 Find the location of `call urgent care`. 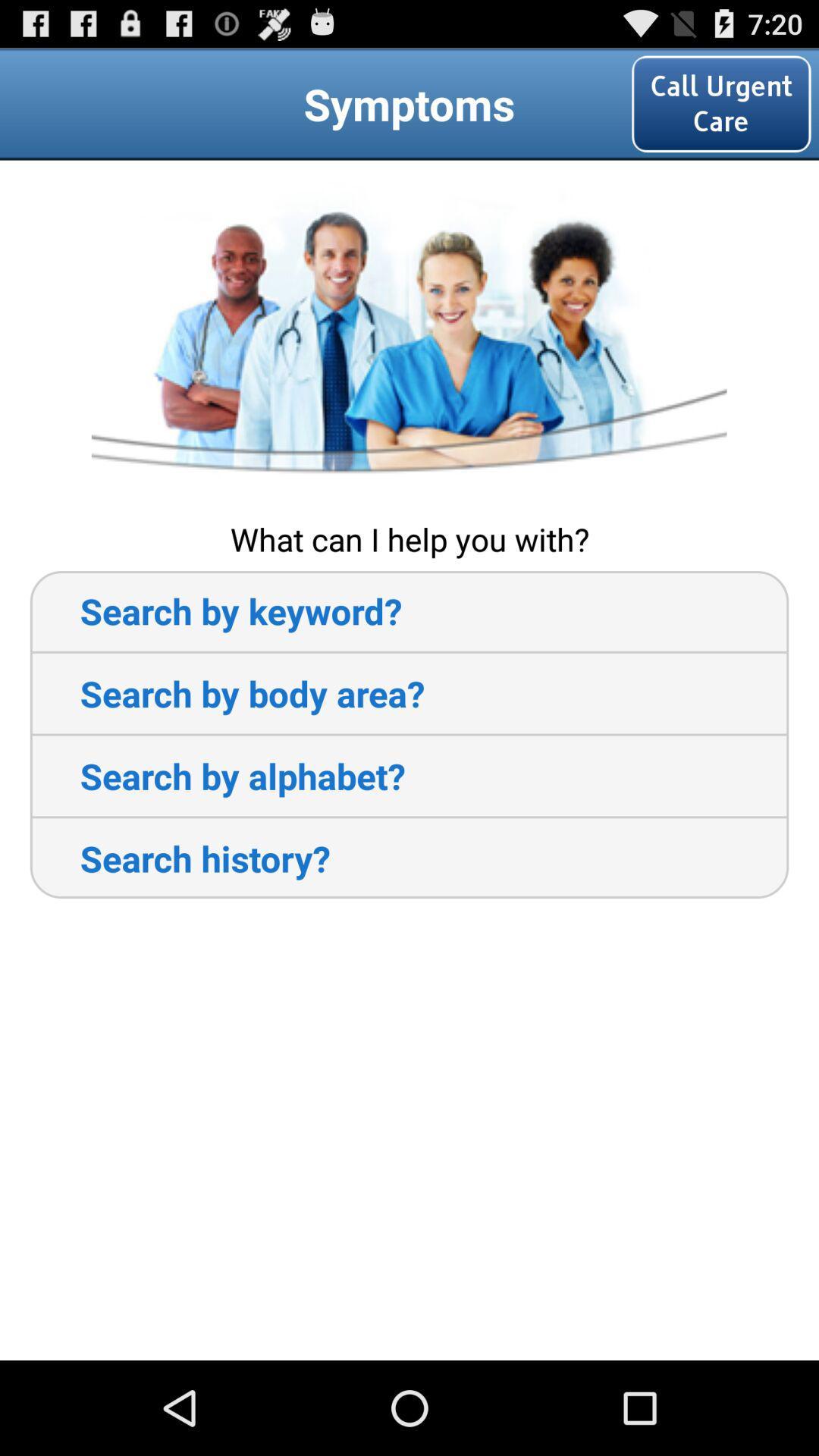

call urgent care is located at coordinates (720, 103).